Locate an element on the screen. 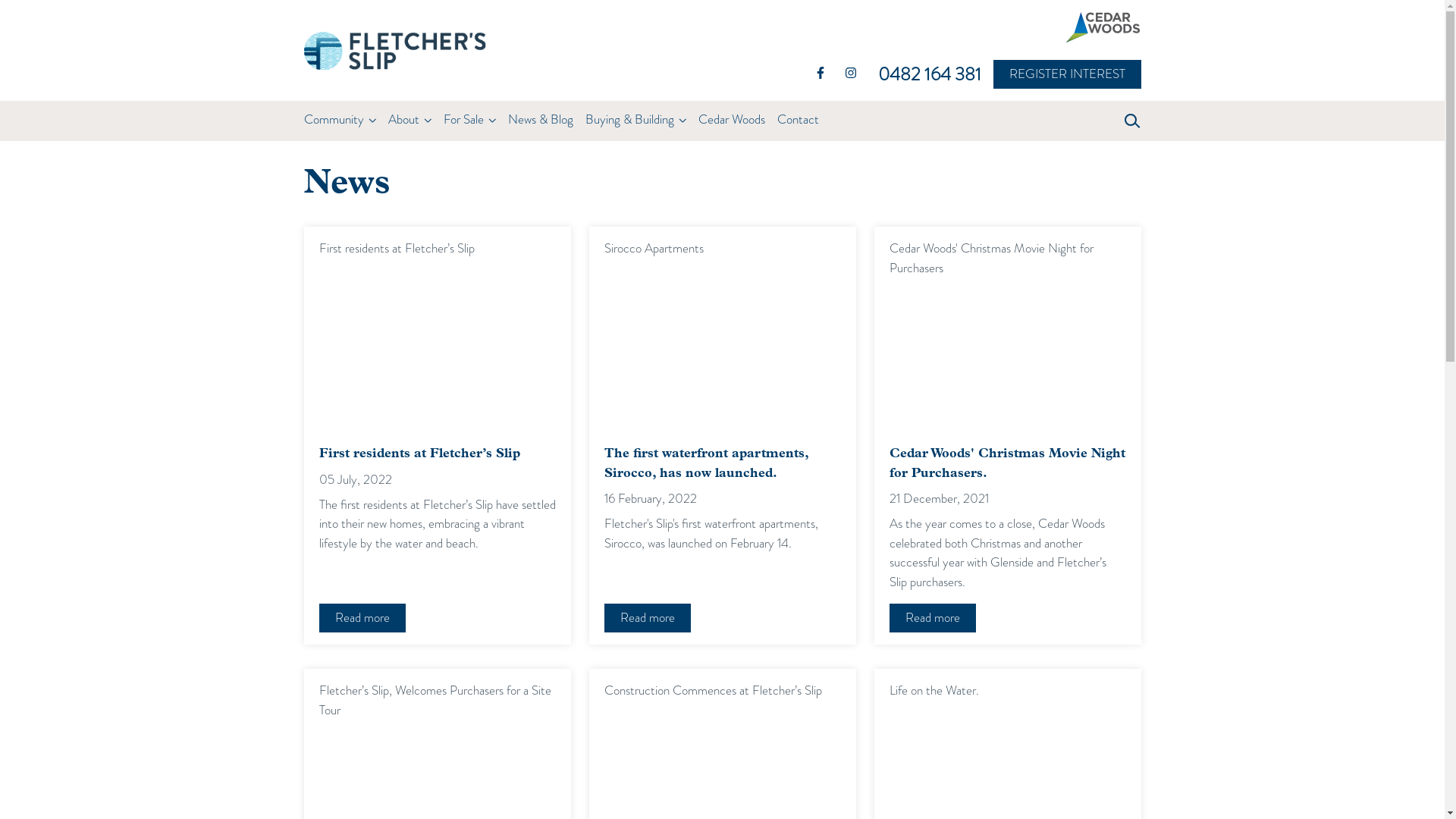  'Community' is located at coordinates (338, 119).